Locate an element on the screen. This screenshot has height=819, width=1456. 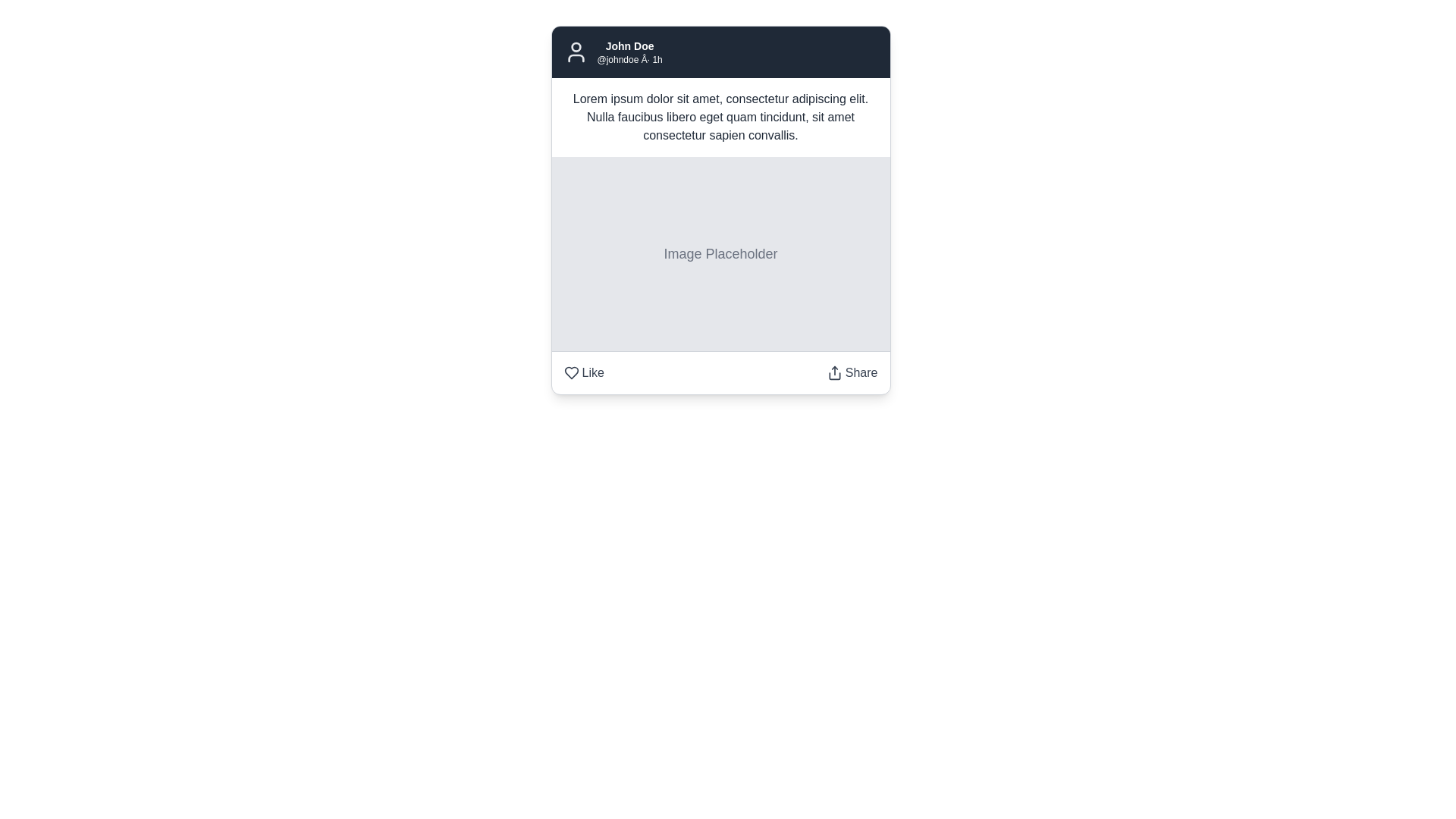
the button featuring a heart icon and the text 'Like' is located at coordinates (583, 373).